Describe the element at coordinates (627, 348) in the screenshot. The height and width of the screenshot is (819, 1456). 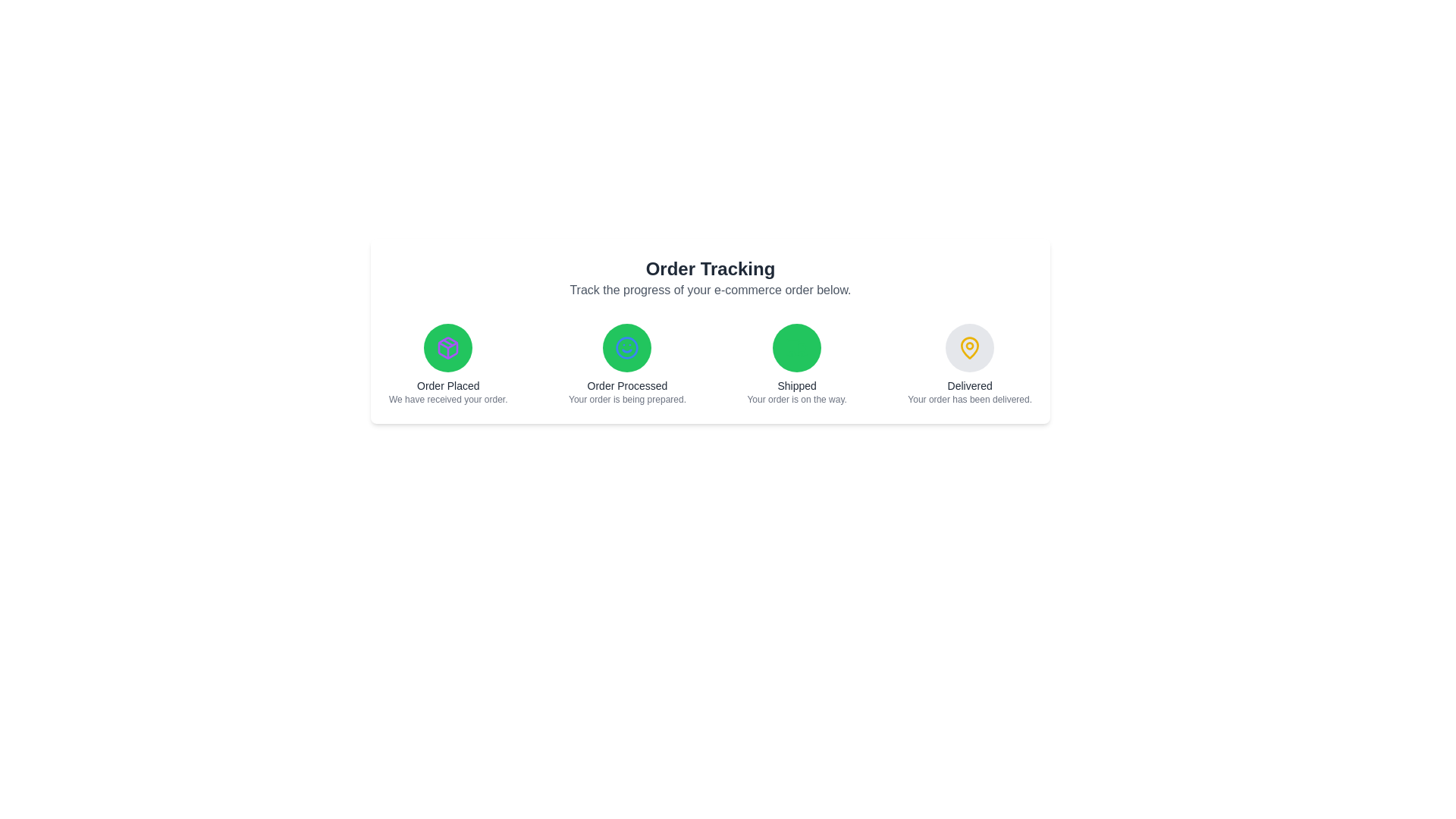
I see `the central circular SVG element of the smile icon in the 'Order Processed' block, which is the second progress indicator from the left` at that location.